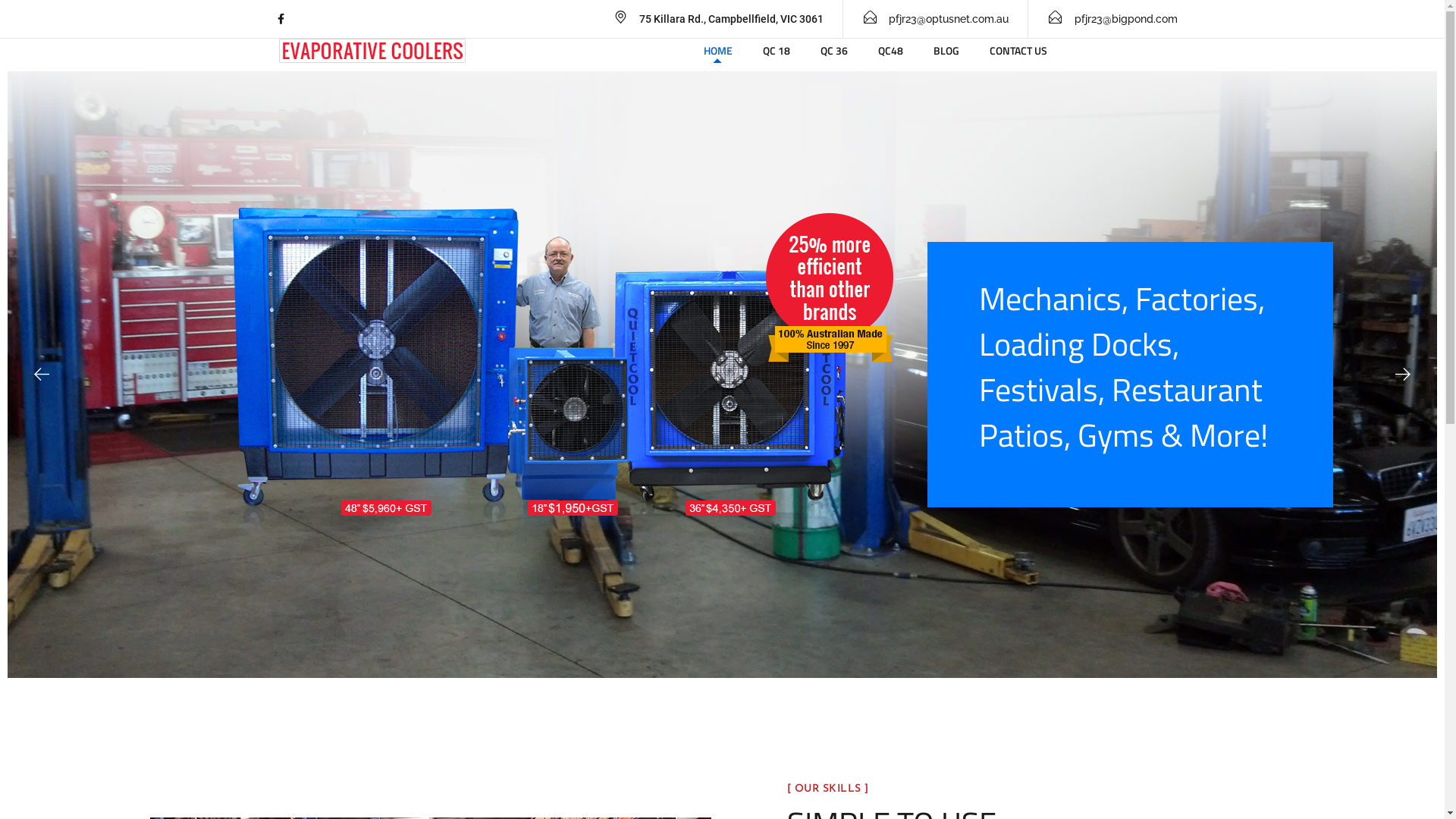  Describe the element at coordinates (934, 18) in the screenshot. I see `'pfjr23@optusnet.com.au'` at that location.